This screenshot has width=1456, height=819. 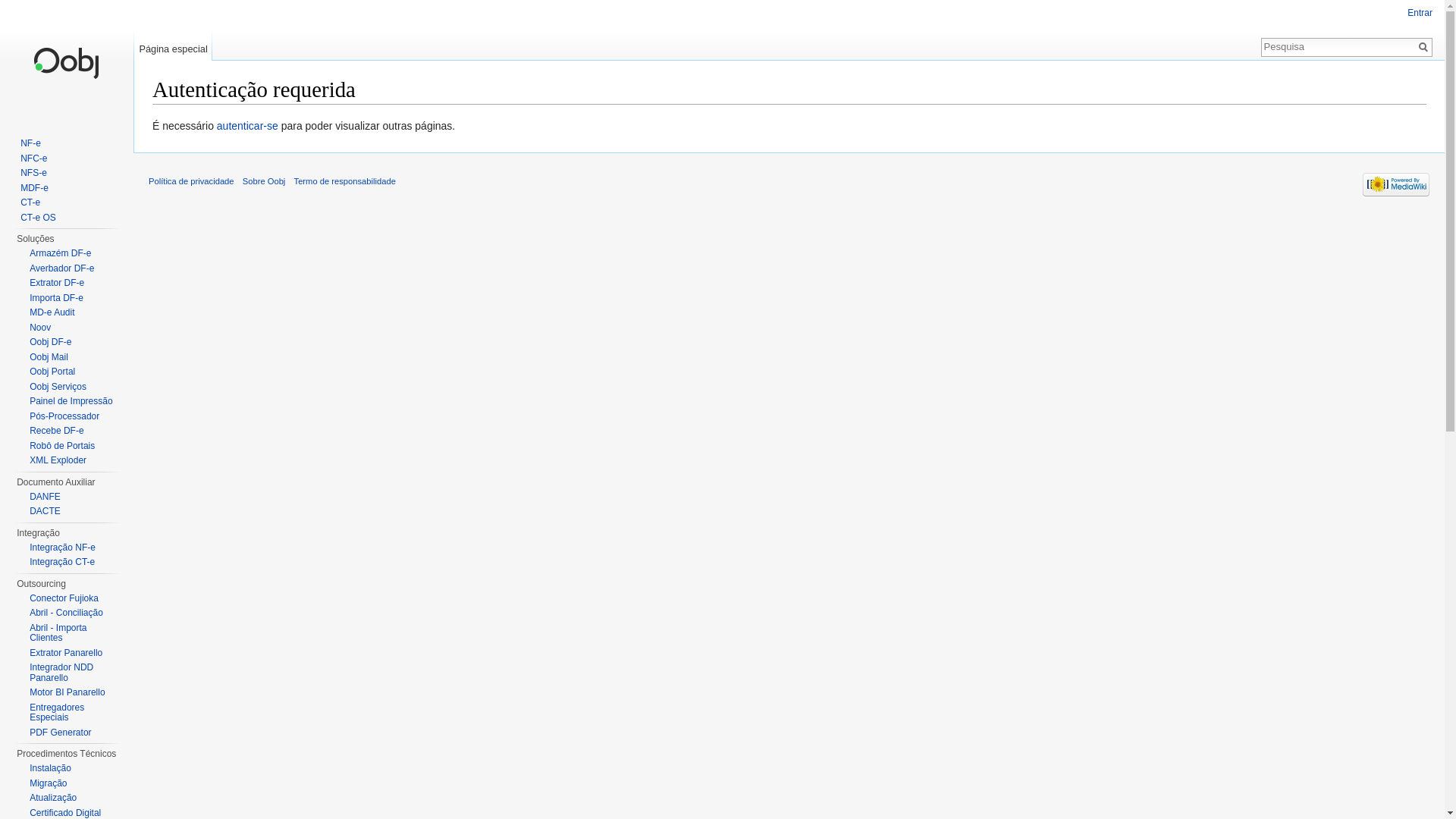 I want to click on 'Oobj Portal', so click(x=52, y=371).